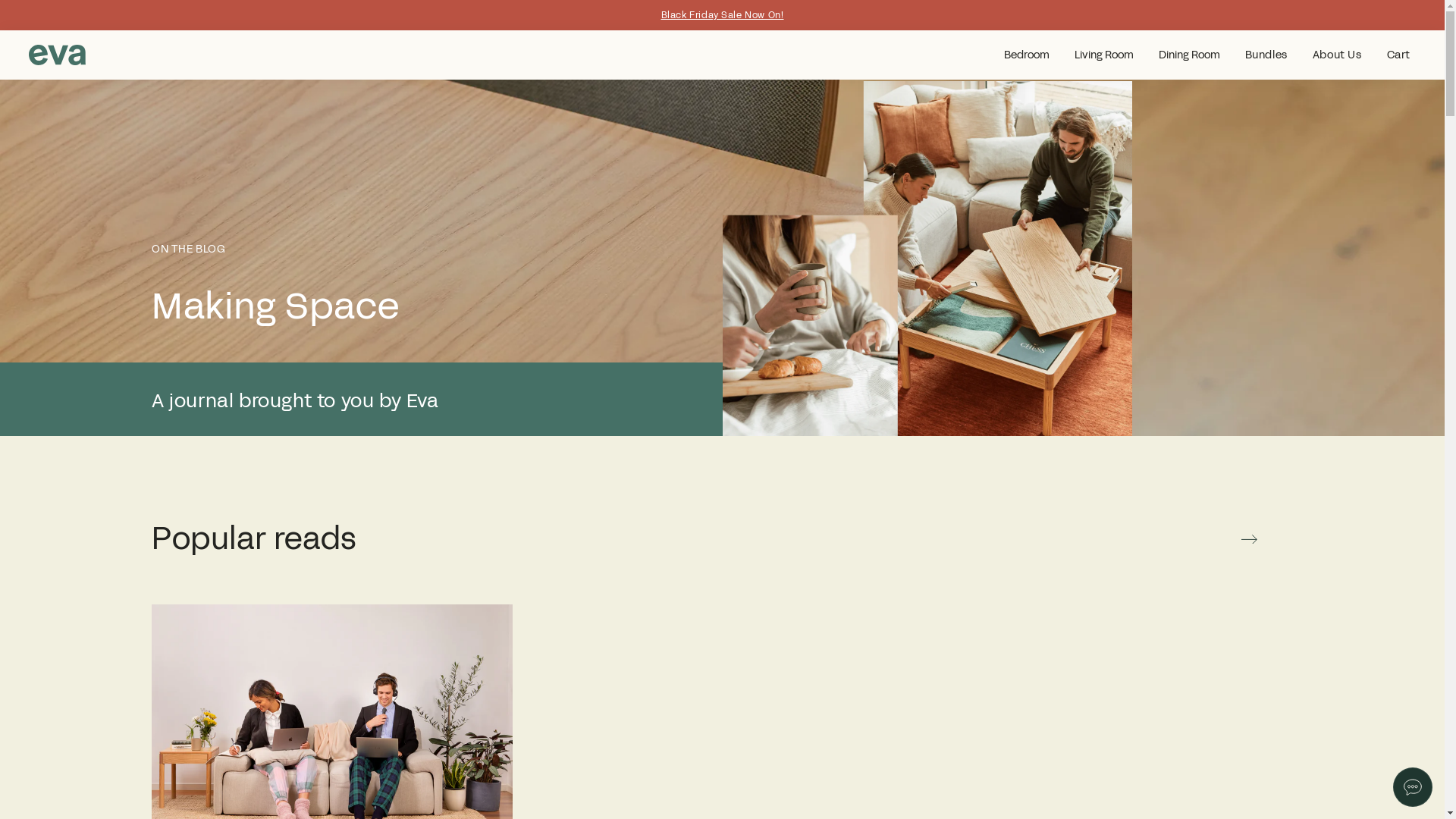 The height and width of the screenshot is (819, 1456). What do you see at coordinates (1188, 55) in the screenshot?
I see `'Dining Room'` at bounding box center [1188, 55].